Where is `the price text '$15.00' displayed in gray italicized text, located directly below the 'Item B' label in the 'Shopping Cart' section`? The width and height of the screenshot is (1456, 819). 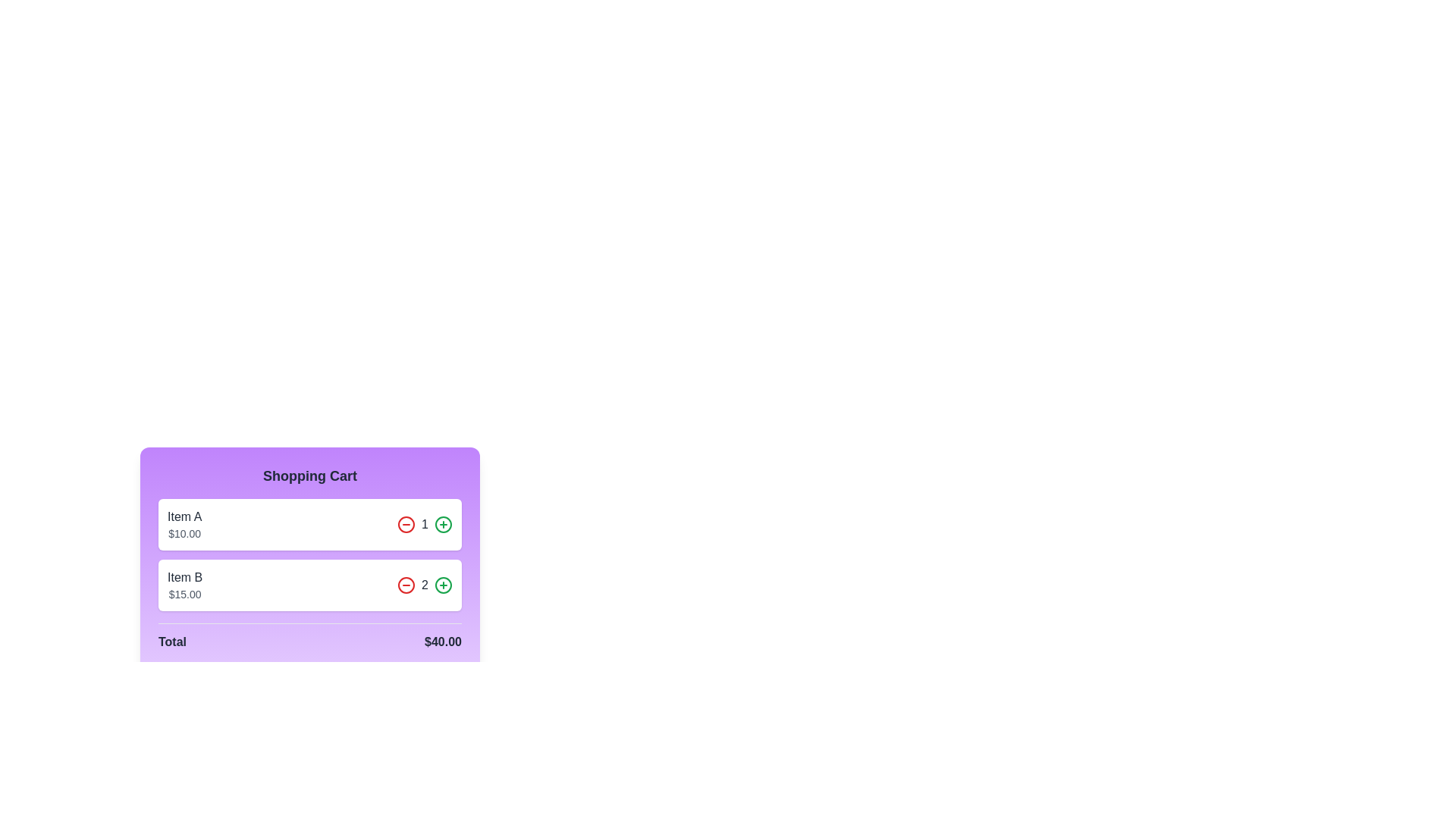 the price text '$15.00' displayed in gray italicized text, located directly below the 'Item B' label in the 'Shopping Cart' section is located at coordinates (184, 593).